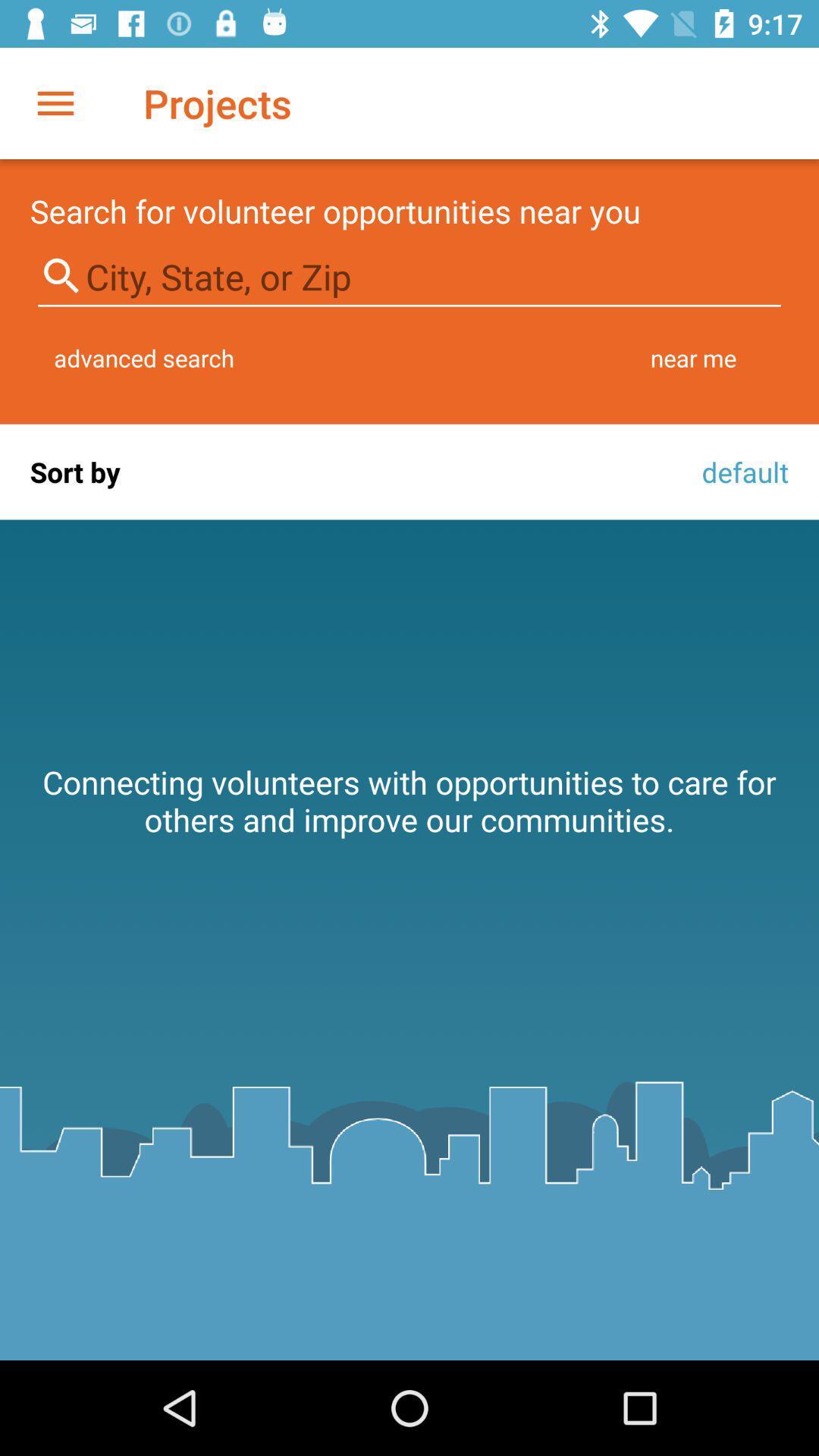 This screenshot has width=819, height=1456. I want to click on the icon to the right of the advanced search item, so click(693, 357).